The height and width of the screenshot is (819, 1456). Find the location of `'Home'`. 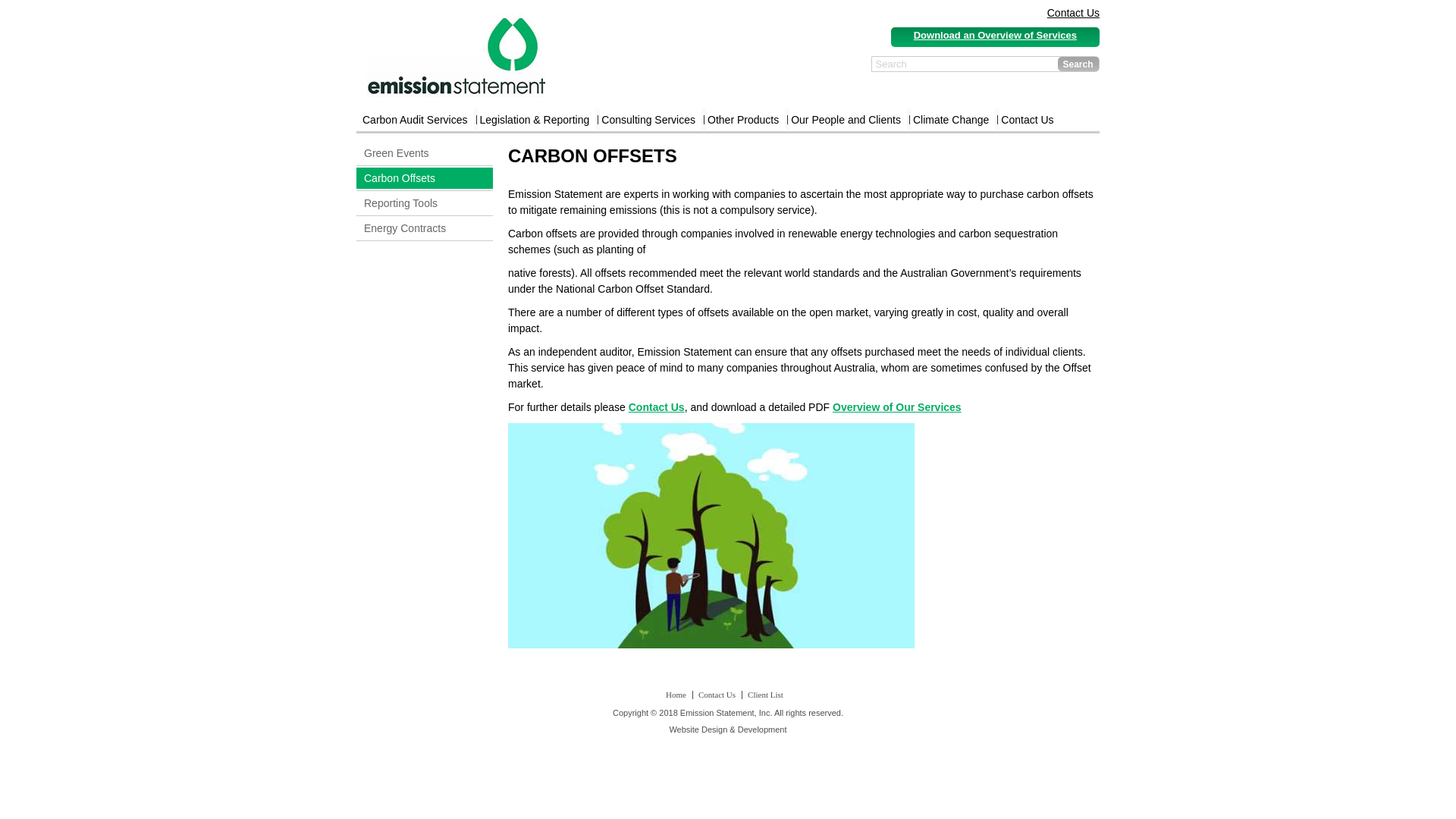

'Home' is located at coordinates (675, 694).